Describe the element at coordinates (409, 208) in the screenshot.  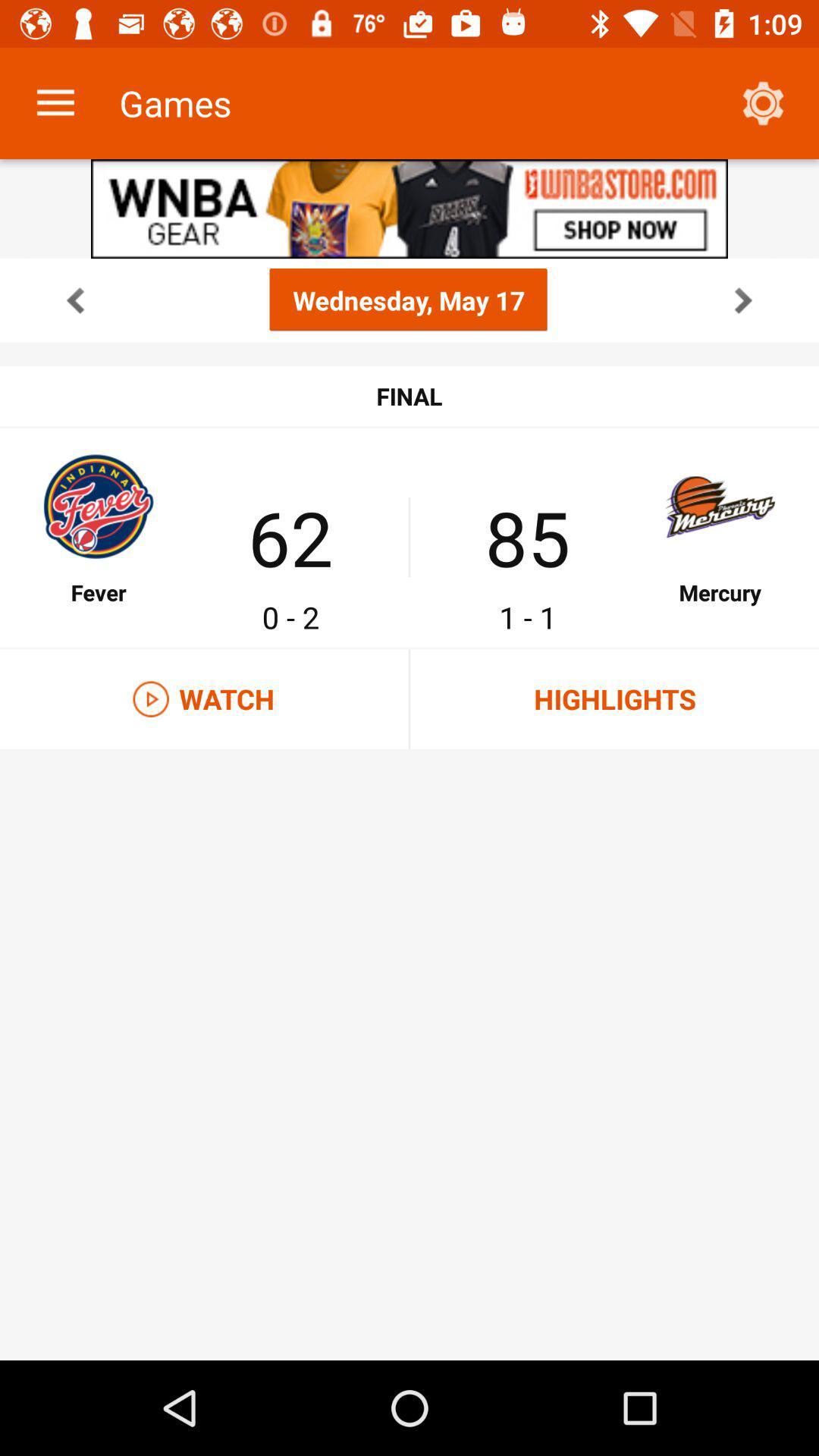
I see `share the article` at that location.